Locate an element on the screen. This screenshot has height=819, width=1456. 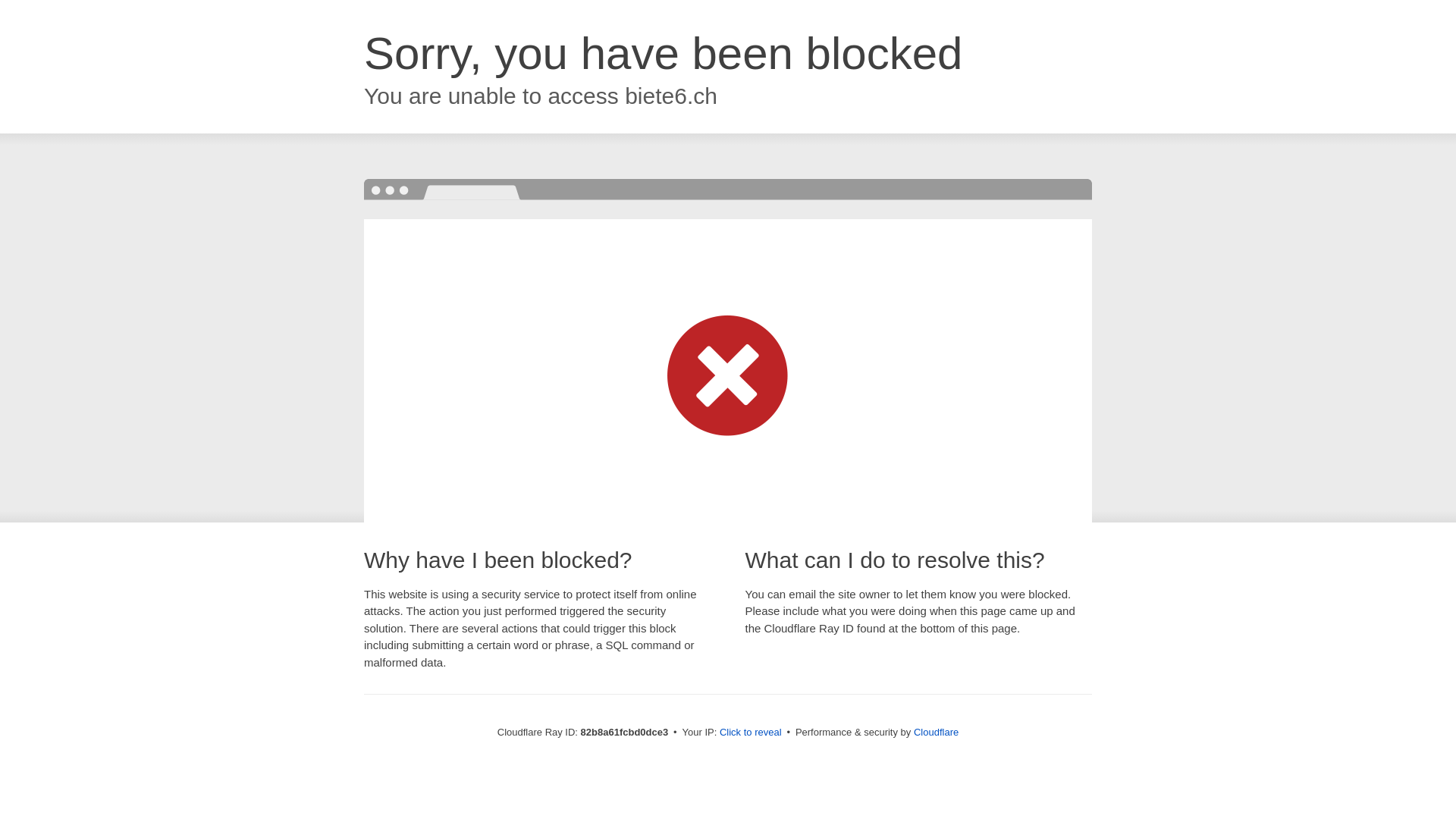
'Click to reveal' is located at coordinates (750, 731).